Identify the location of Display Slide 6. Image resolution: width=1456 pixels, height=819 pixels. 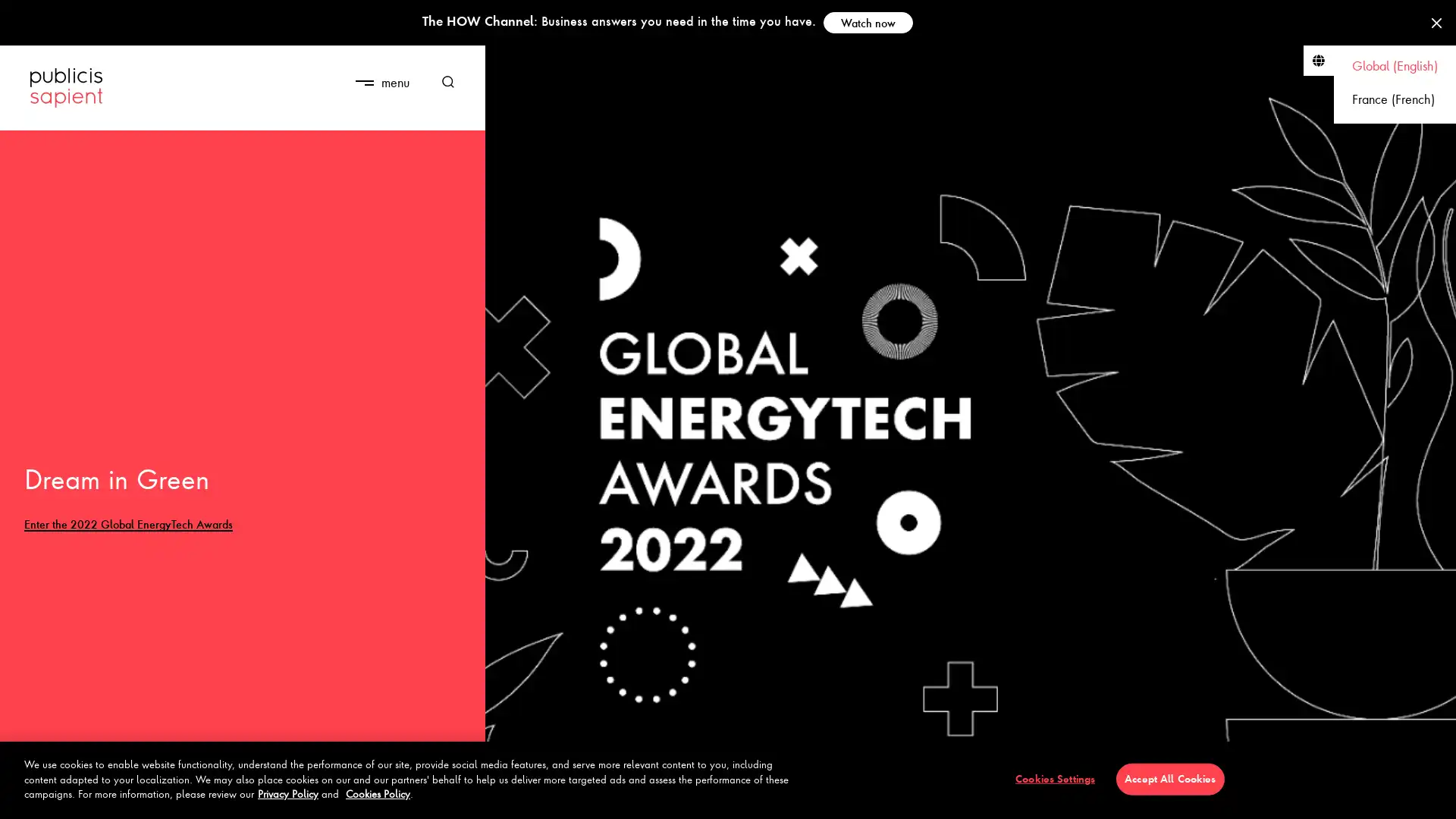
(156, 798).